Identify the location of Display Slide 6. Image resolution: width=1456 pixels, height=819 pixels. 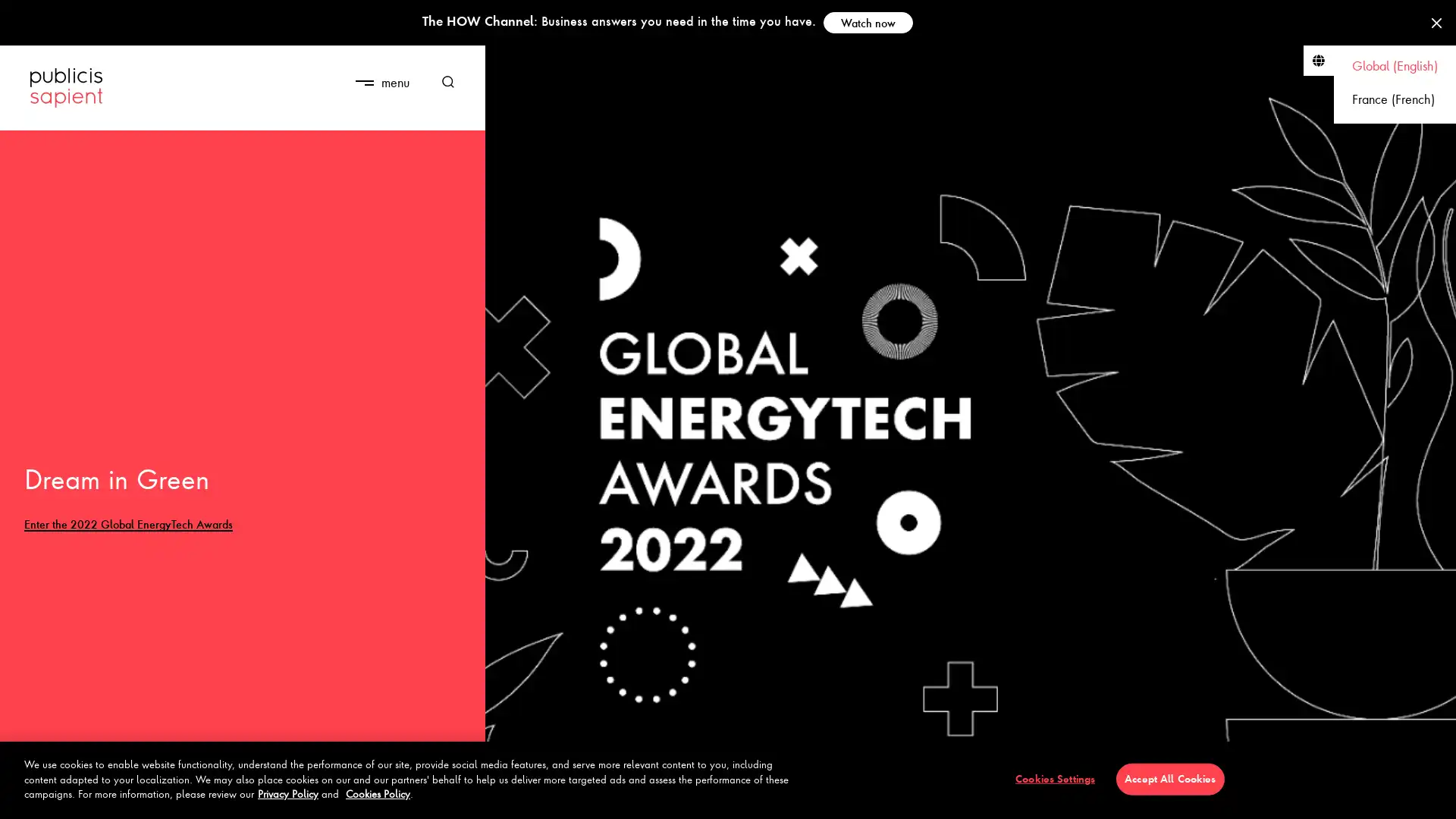
(156, 798).